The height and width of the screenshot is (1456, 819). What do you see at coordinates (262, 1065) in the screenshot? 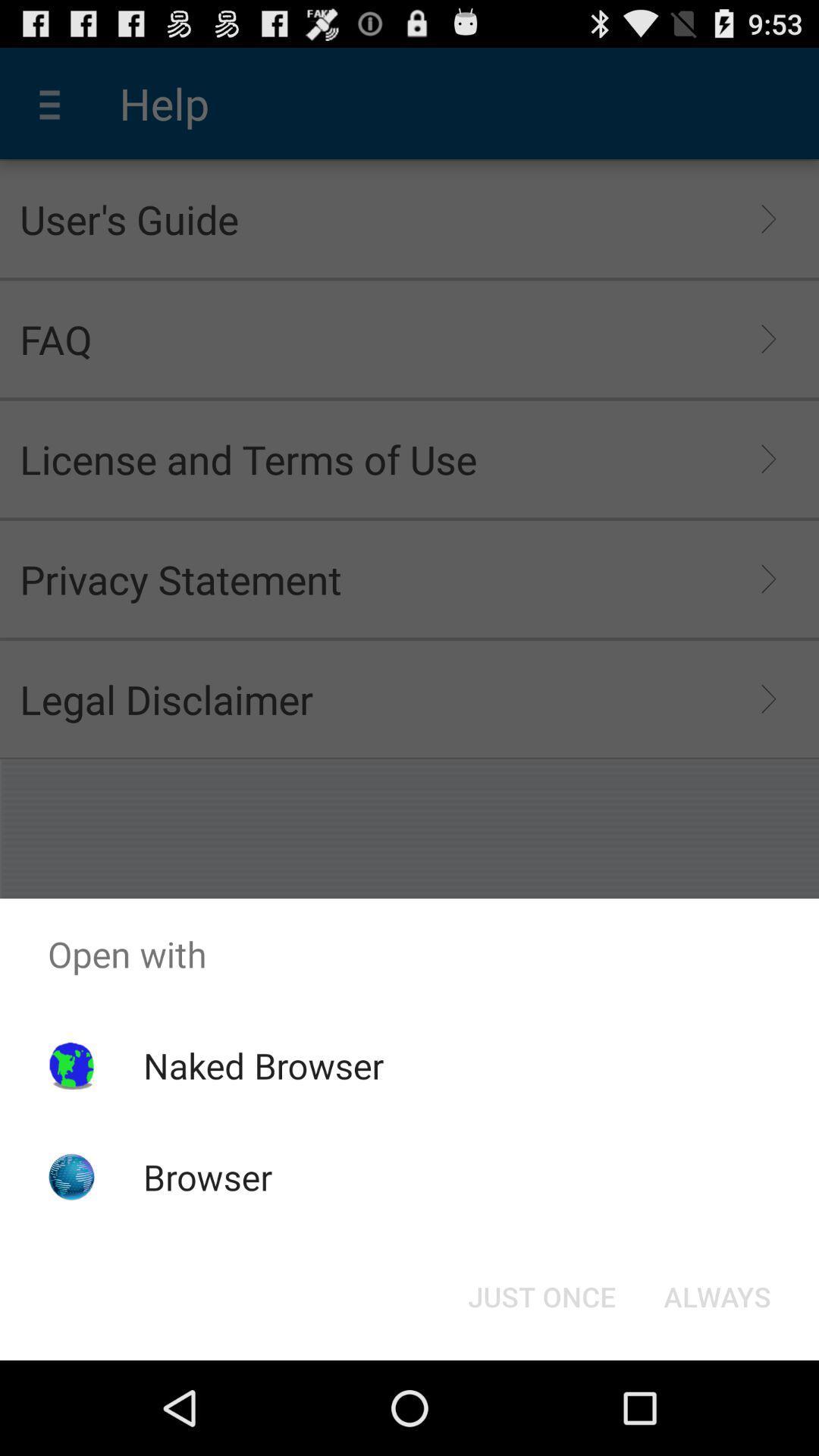
I see `the naked browser` at bounding box center [262, 1065].